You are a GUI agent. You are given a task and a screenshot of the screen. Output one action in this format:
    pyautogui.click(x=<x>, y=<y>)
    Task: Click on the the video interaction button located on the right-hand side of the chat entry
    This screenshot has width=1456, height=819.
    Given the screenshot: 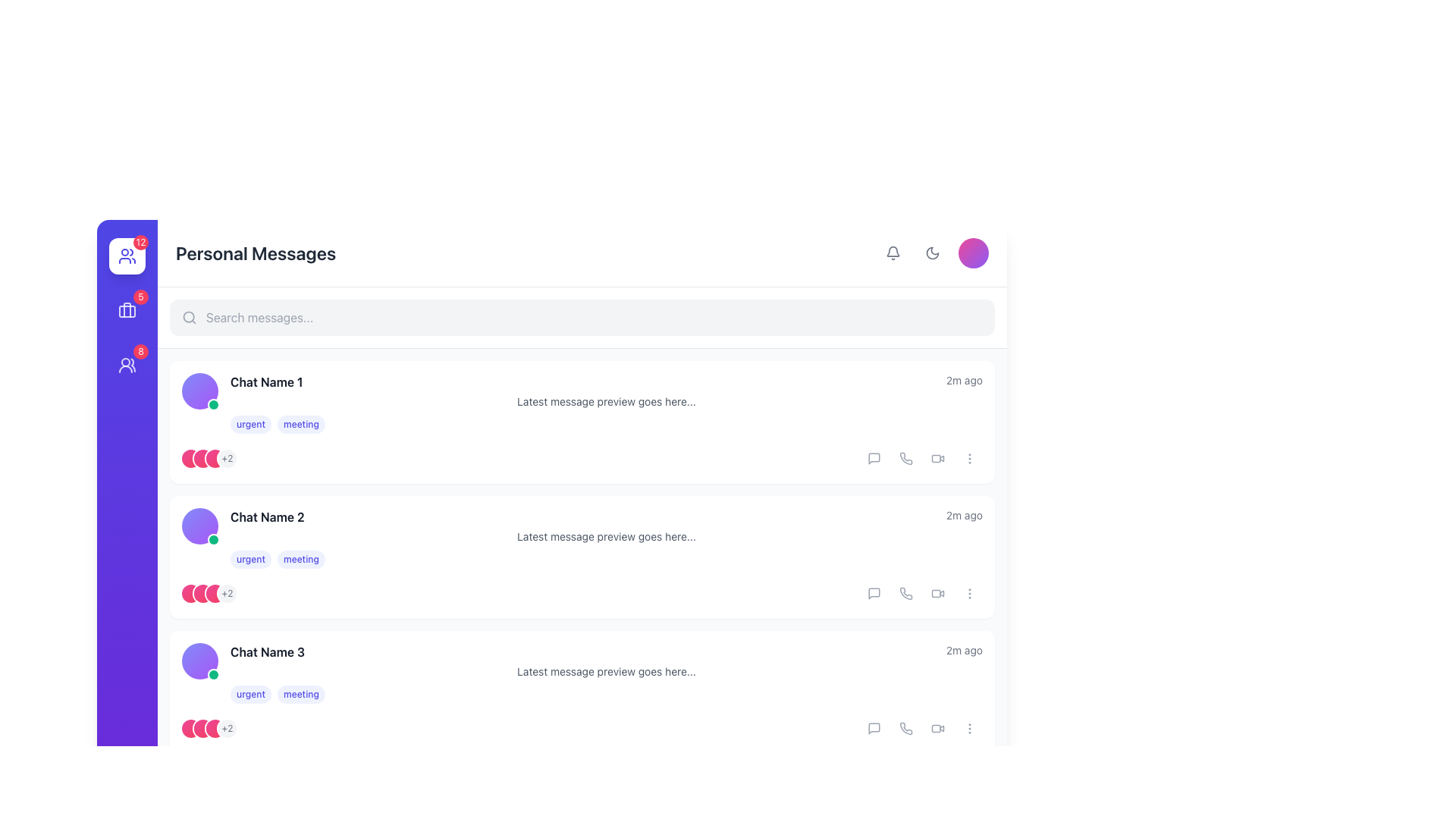 What is the action you would take?
    pyautogui.click(x=935, y=458)
    